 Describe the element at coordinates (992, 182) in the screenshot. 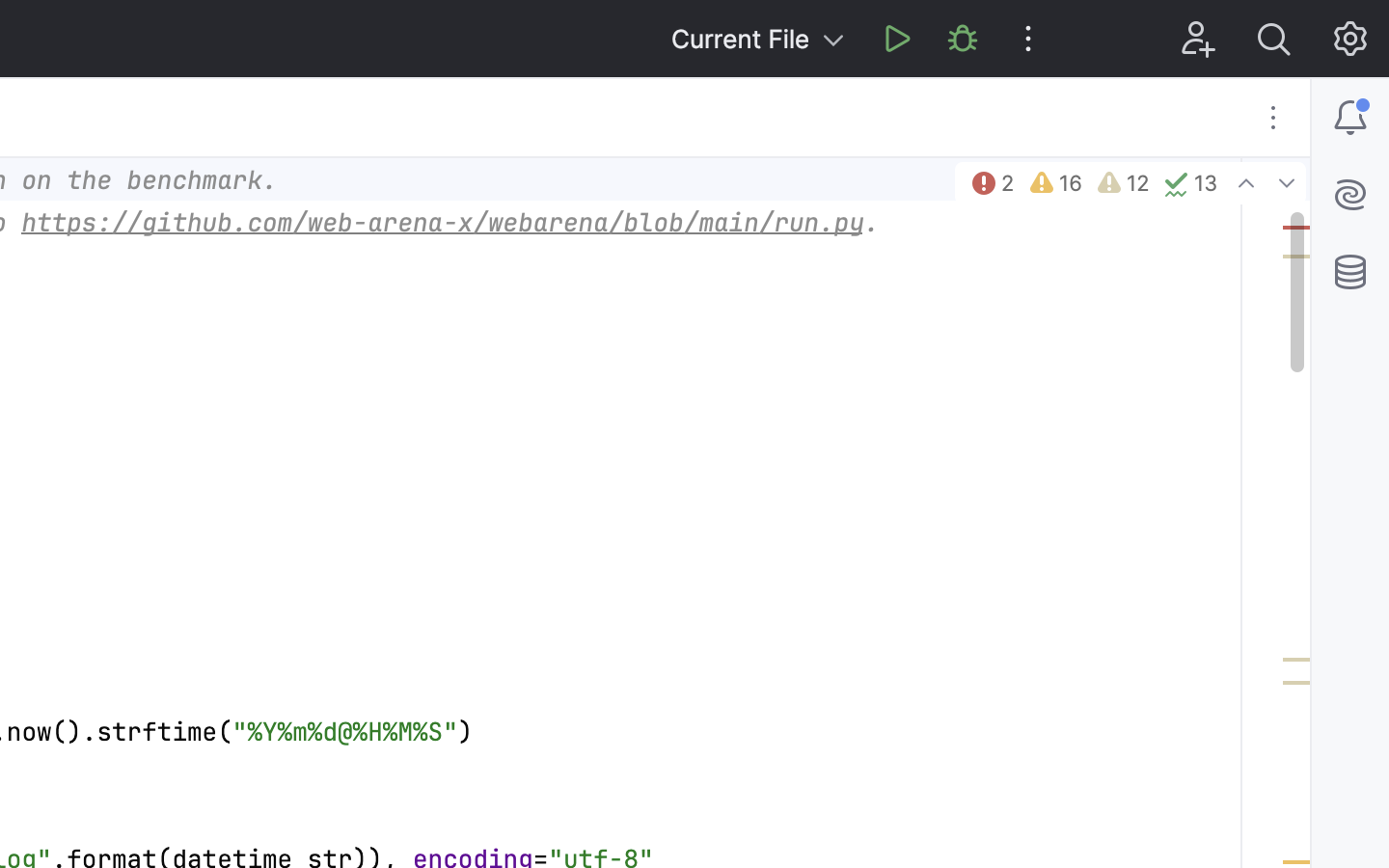

I see `'2'` at that location.